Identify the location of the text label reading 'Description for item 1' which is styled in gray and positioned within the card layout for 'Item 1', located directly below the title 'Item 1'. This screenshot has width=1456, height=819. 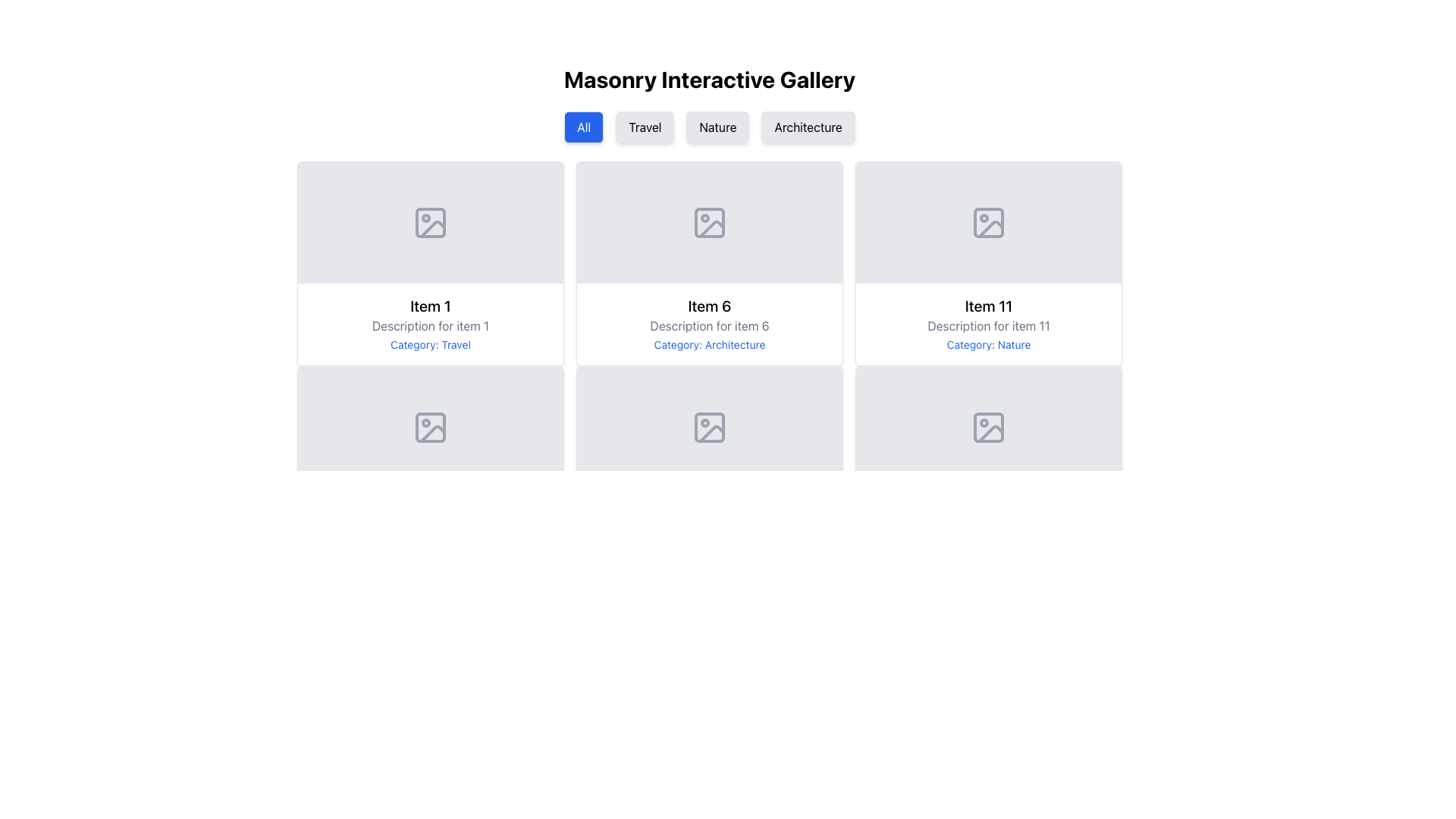
(429, 325).